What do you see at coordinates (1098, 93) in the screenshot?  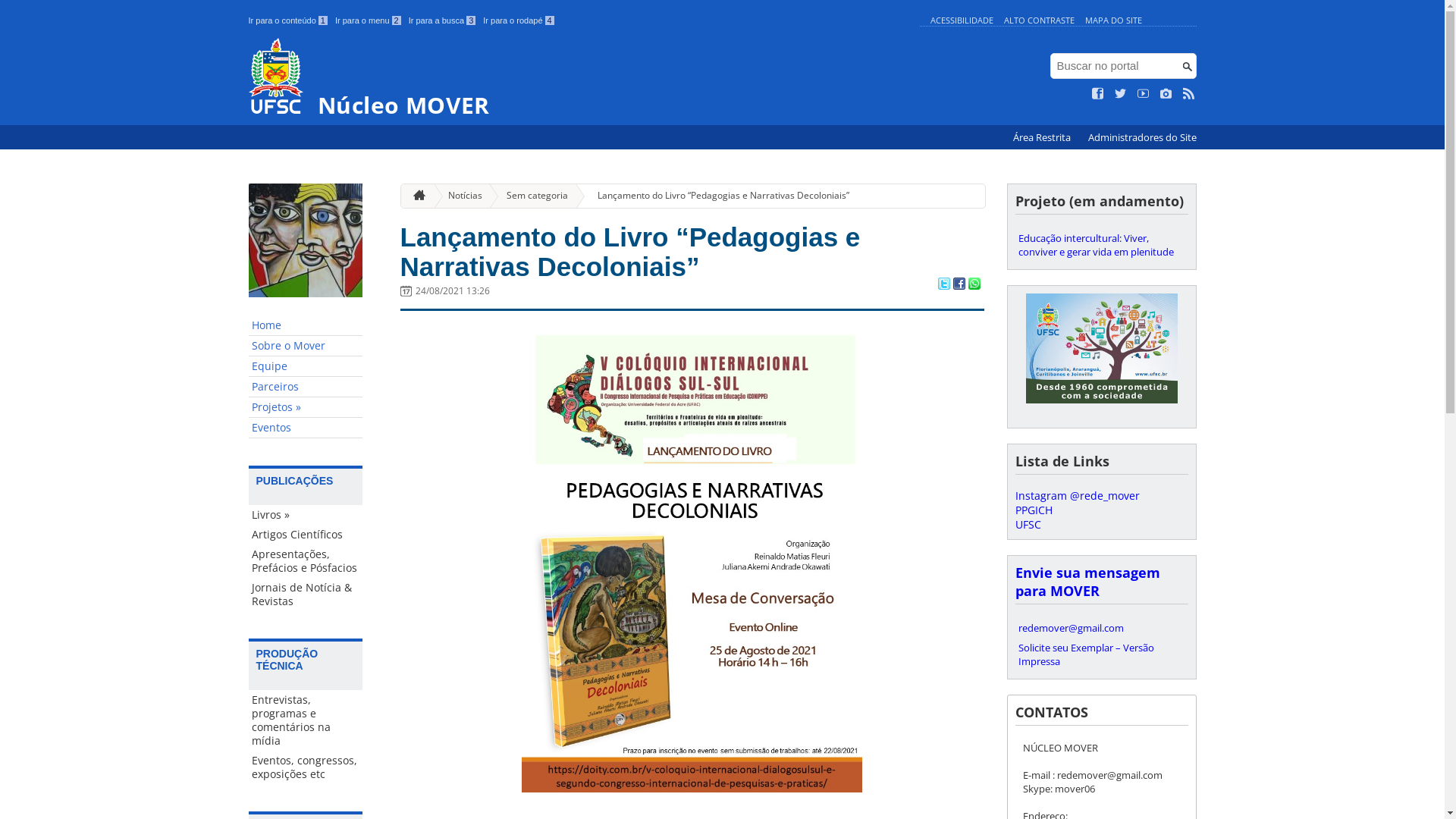 I see `'Curta no Facebook'` at bounding box center [1098, 93].